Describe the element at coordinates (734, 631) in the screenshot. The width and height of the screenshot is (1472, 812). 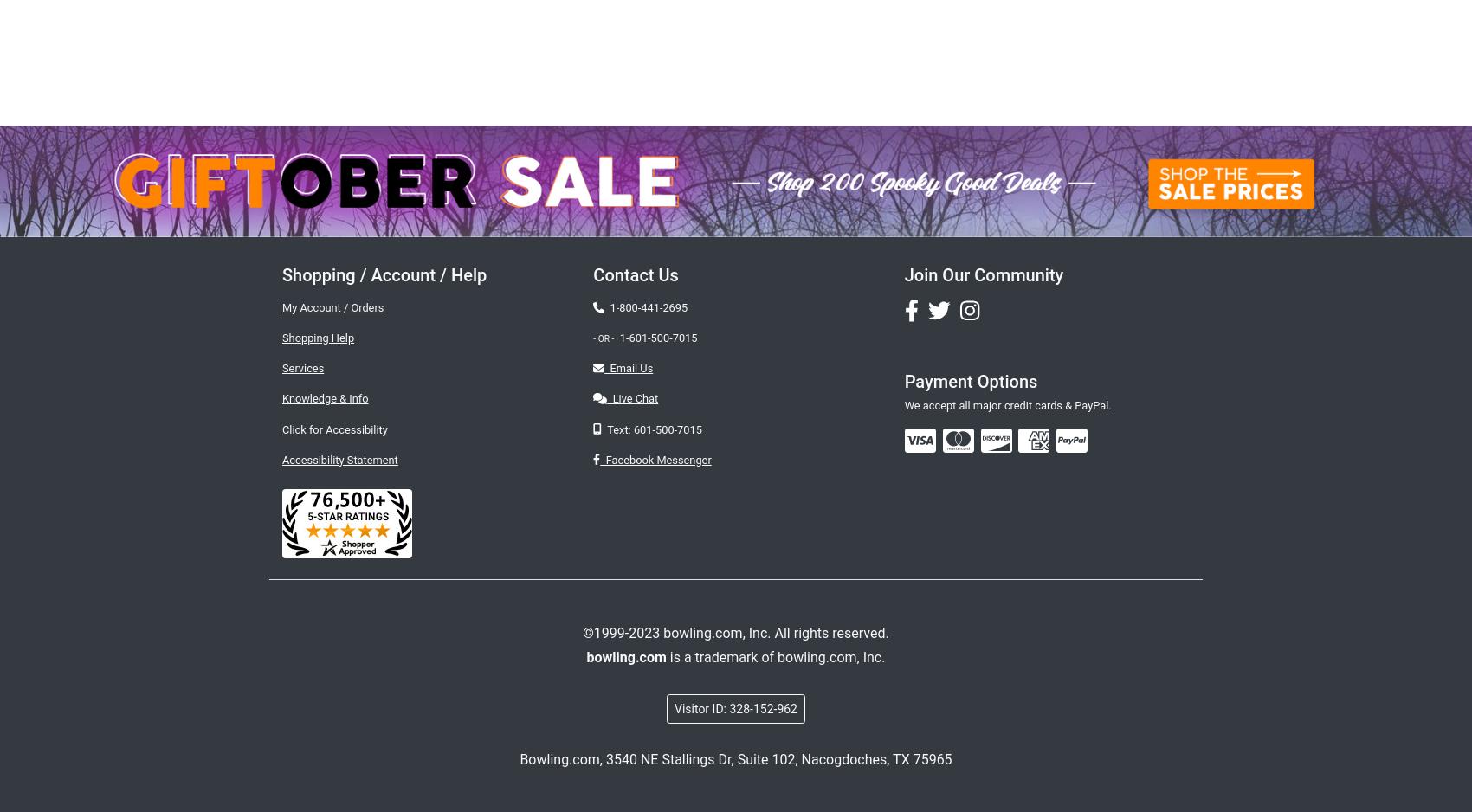
I see `'©1999-2023 bowling.com, Inc. All rights reserved.'` at that location.